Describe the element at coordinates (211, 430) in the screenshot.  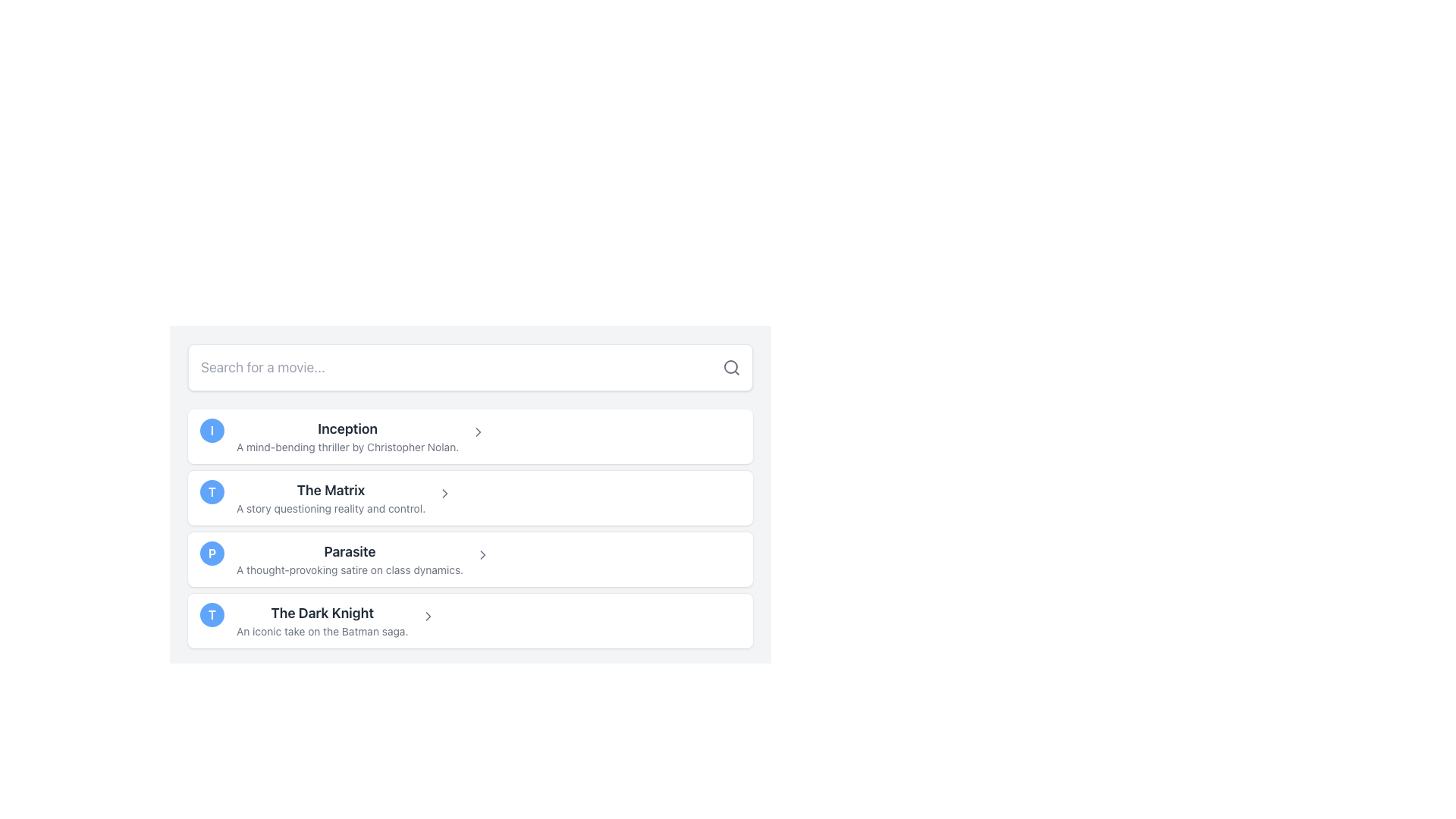
I see `the content of the circular blue Icon Badge containing a white letter 'I' located at the top left of the 'Inception' movie card` at that location.